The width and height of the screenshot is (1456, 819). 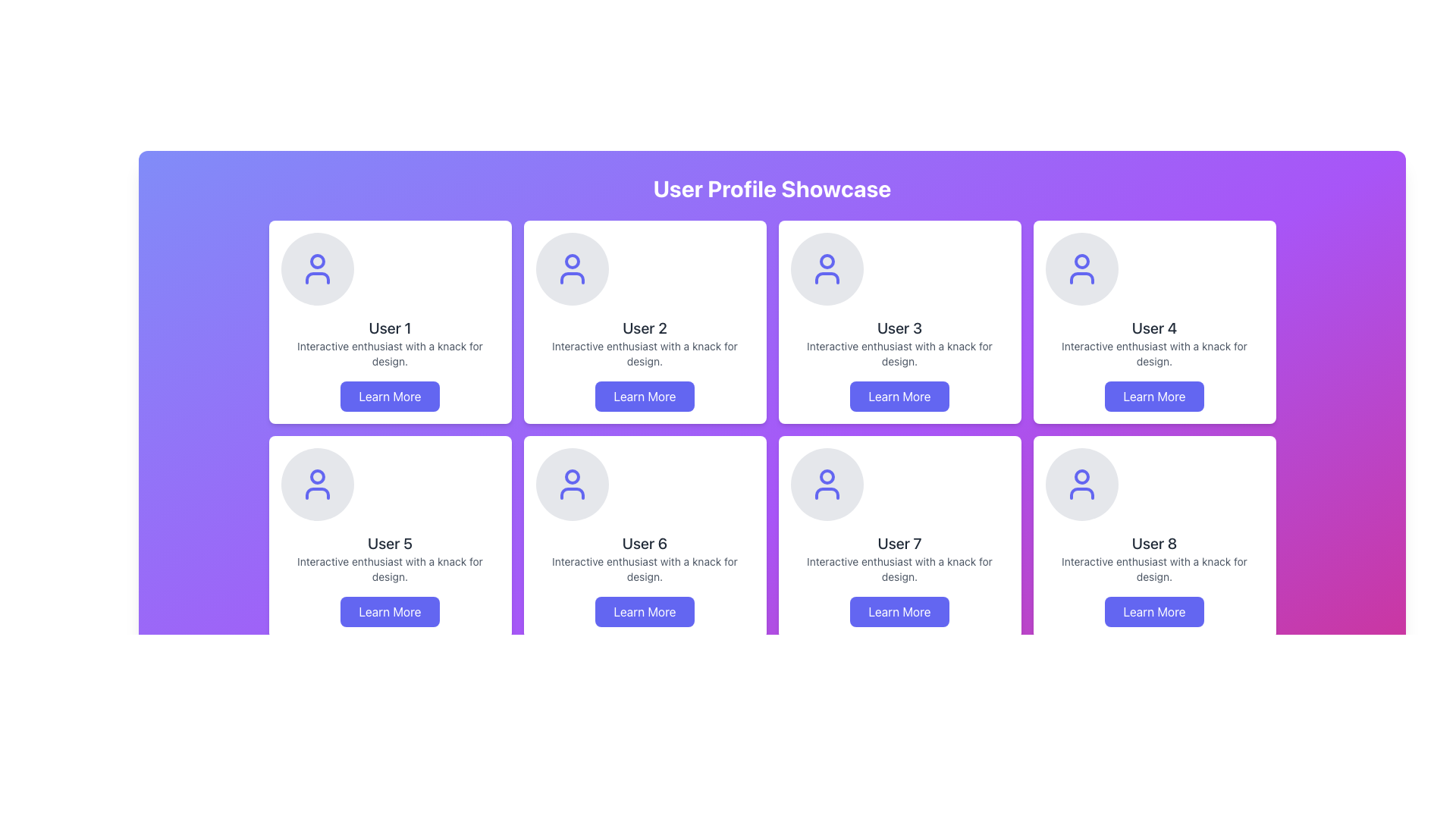 I want to click on the circular icon placeholder with a light gray background and indigo user profile icon located at the top center of the card labeled 'User 3' in the grid layout, so click(x=826, y=268).